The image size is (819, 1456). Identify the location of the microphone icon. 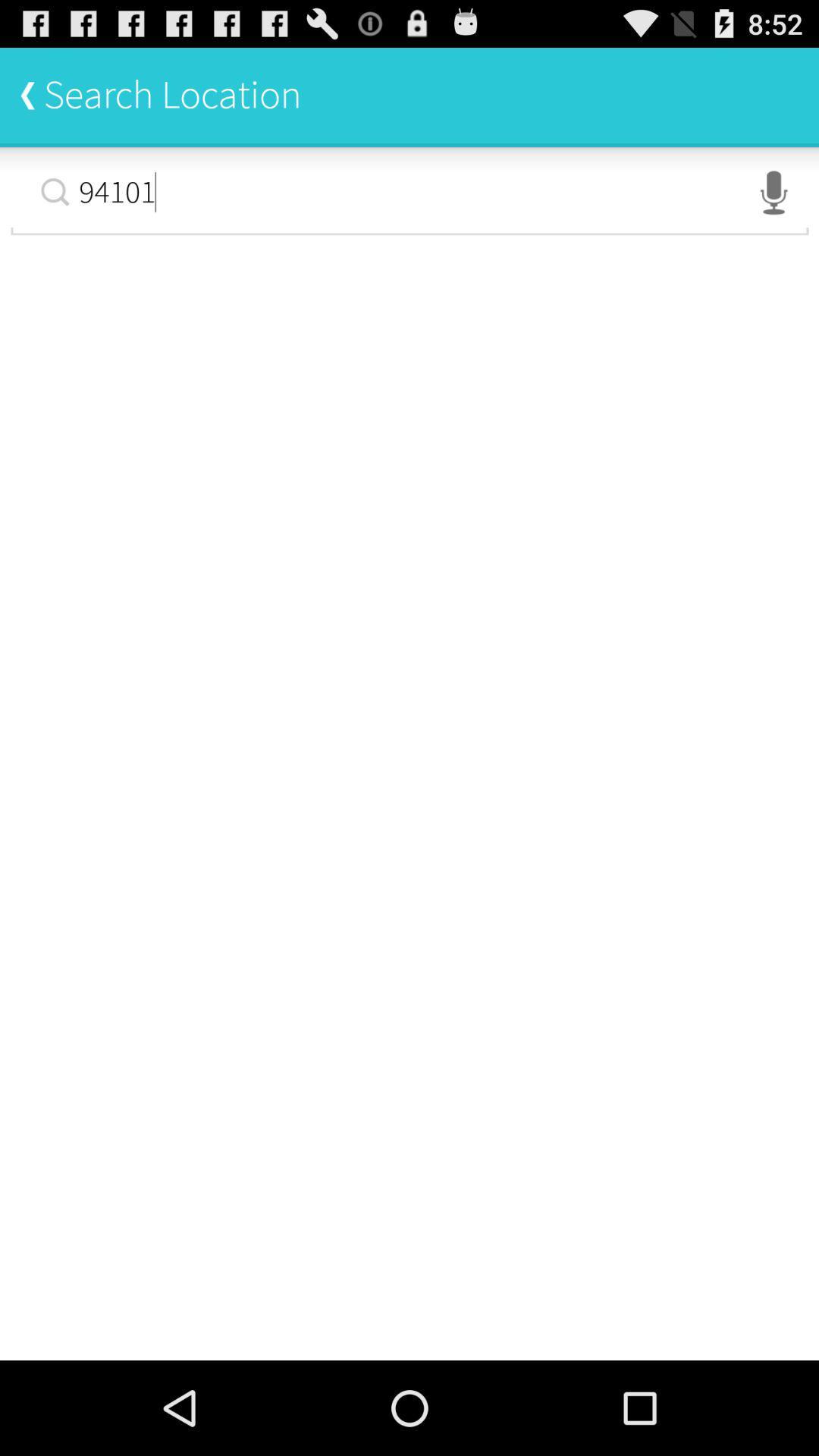
(773, 205).